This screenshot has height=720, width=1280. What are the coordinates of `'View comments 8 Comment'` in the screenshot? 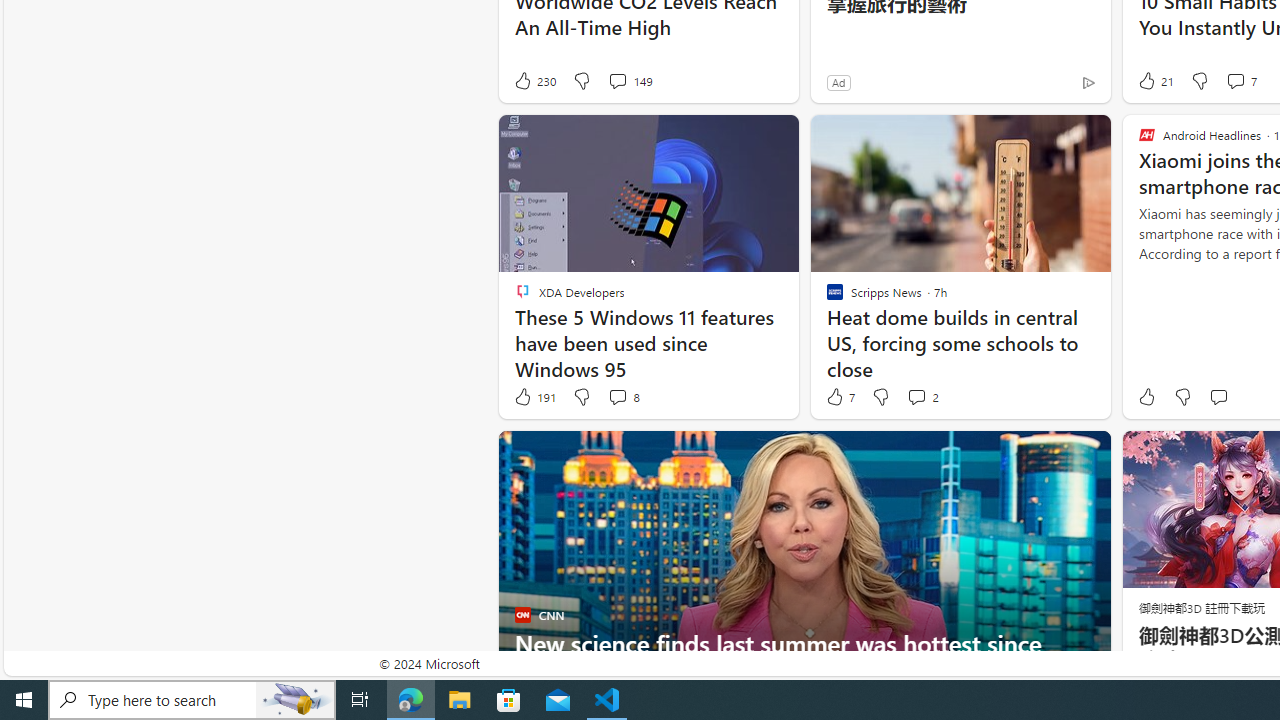 It's located at (622, 397).